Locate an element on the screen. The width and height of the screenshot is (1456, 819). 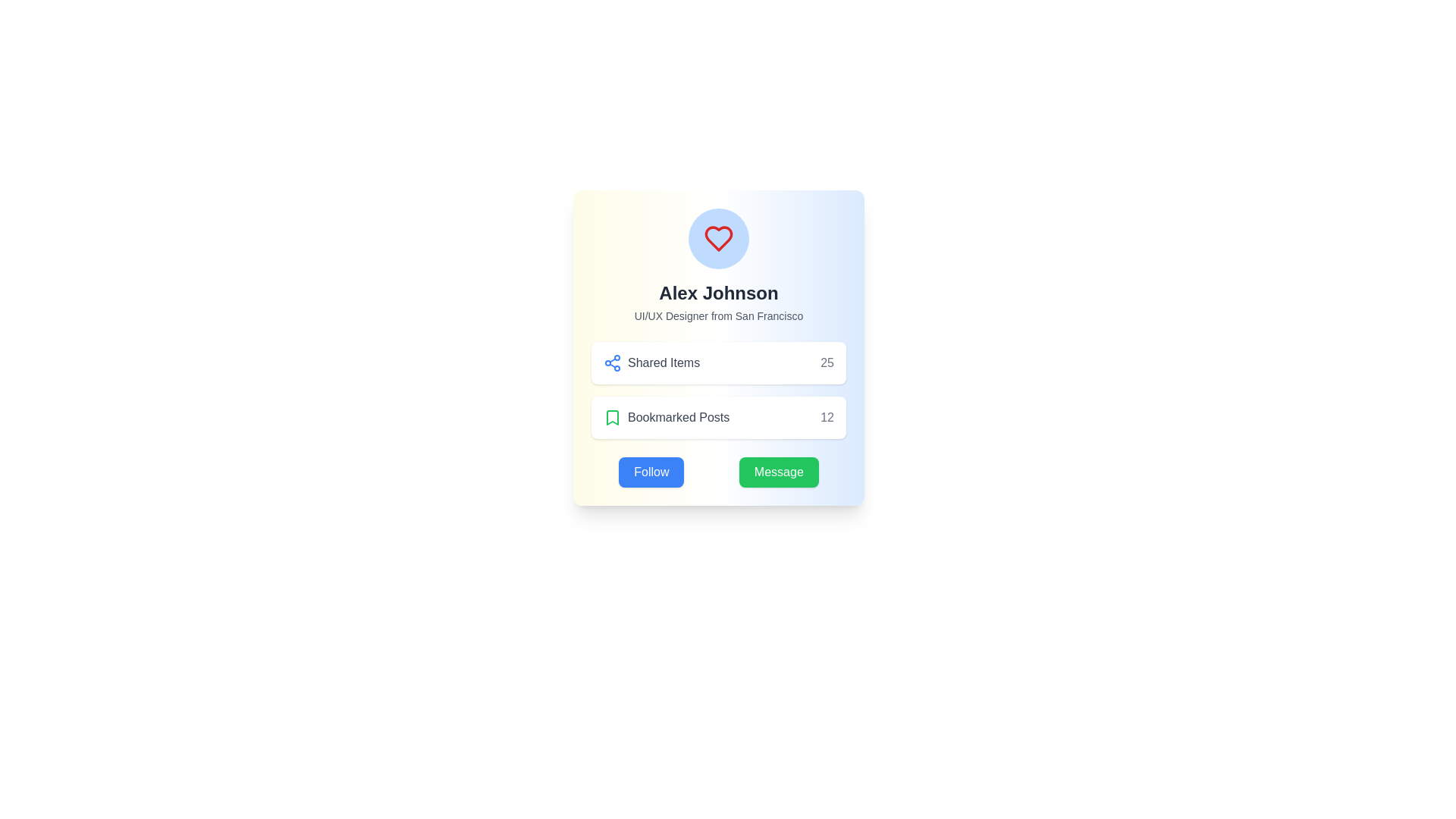
the vertical list containing 'Shared Items' and 'Bookmarked Posts' to see details is located at coordinates (718, 390).